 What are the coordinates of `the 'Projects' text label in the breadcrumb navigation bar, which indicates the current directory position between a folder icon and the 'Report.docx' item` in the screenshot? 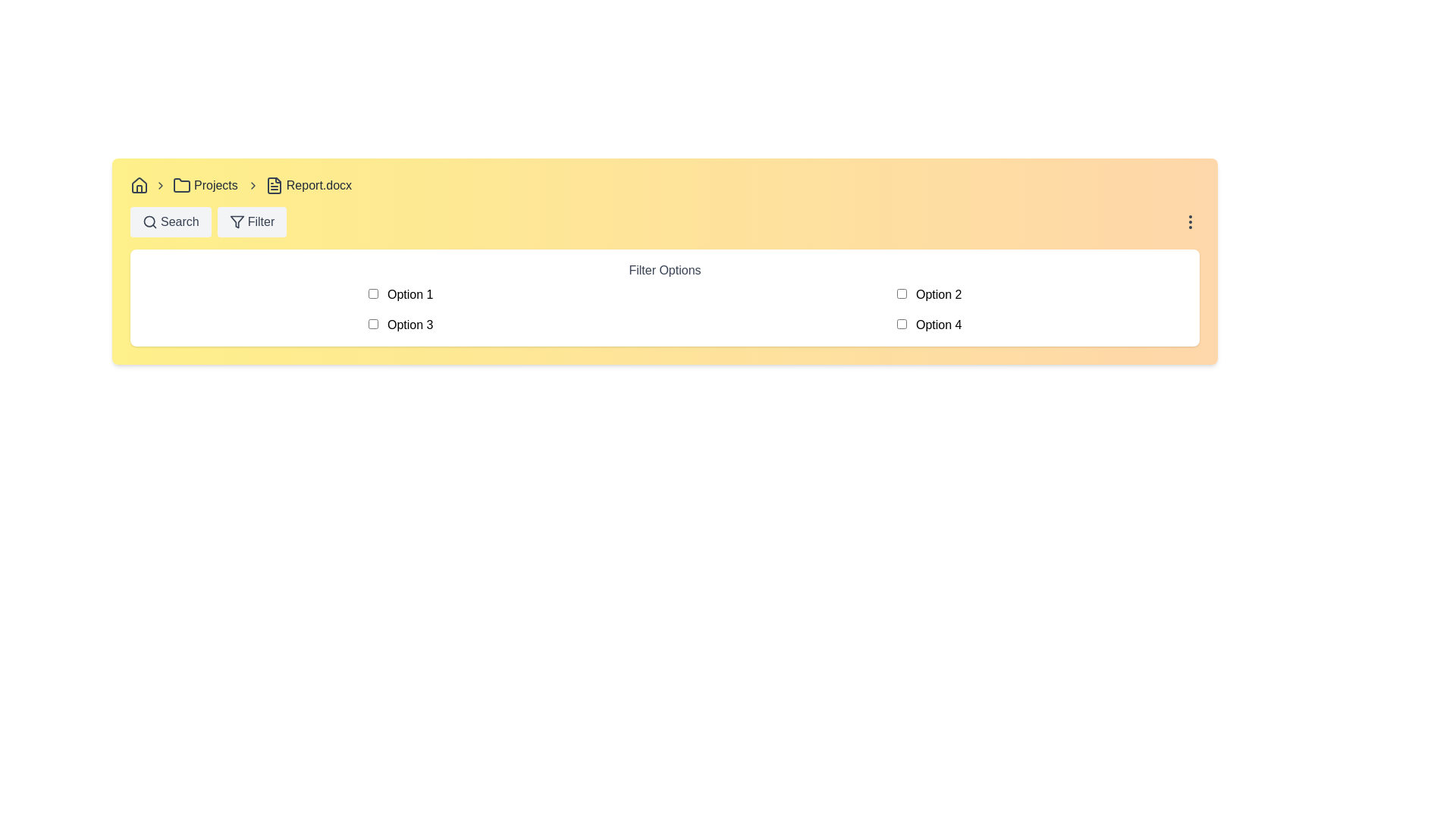 It's located at (215, 185).